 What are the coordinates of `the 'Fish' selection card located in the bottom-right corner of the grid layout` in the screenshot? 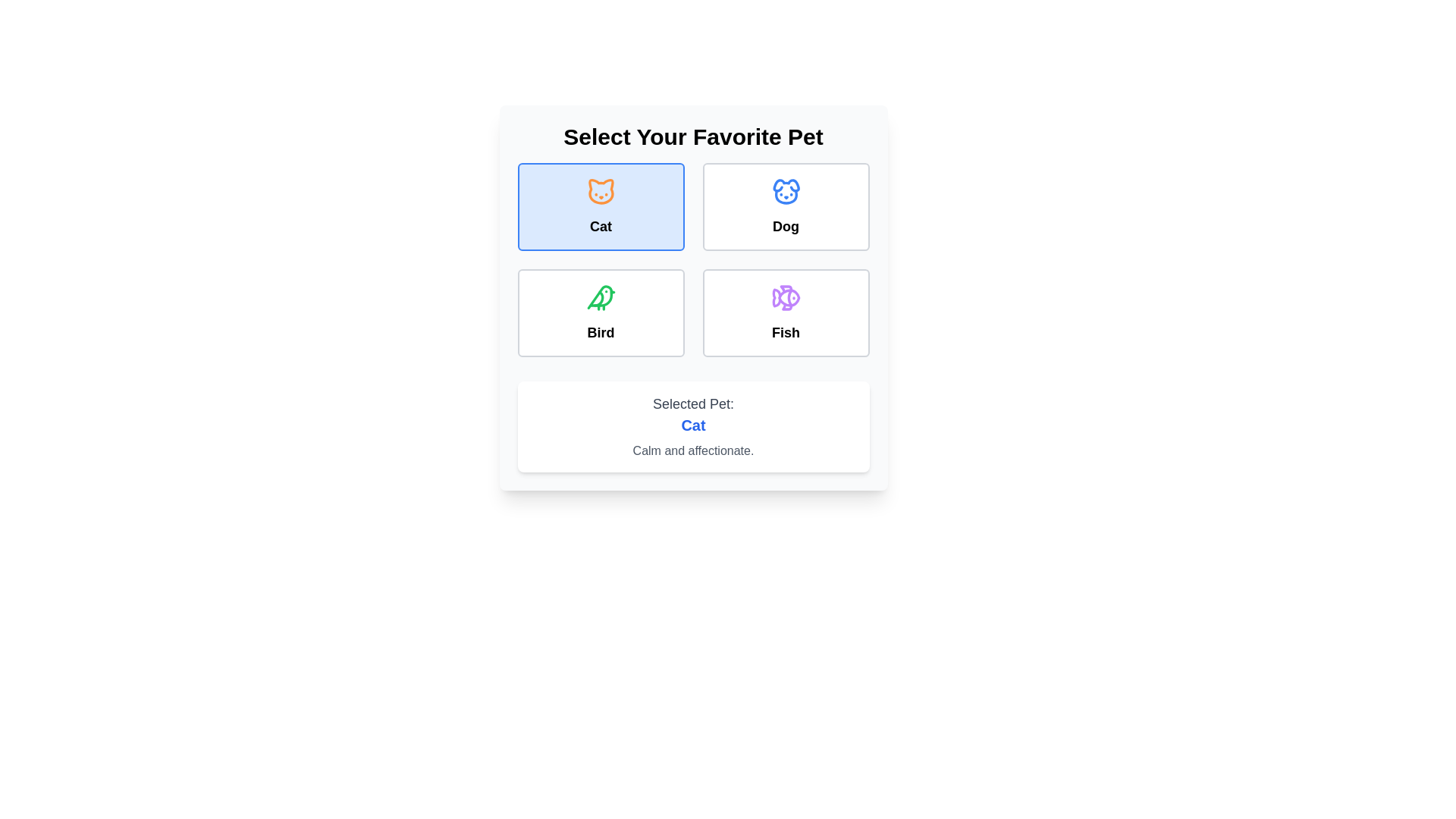 It's located at (786, 312).